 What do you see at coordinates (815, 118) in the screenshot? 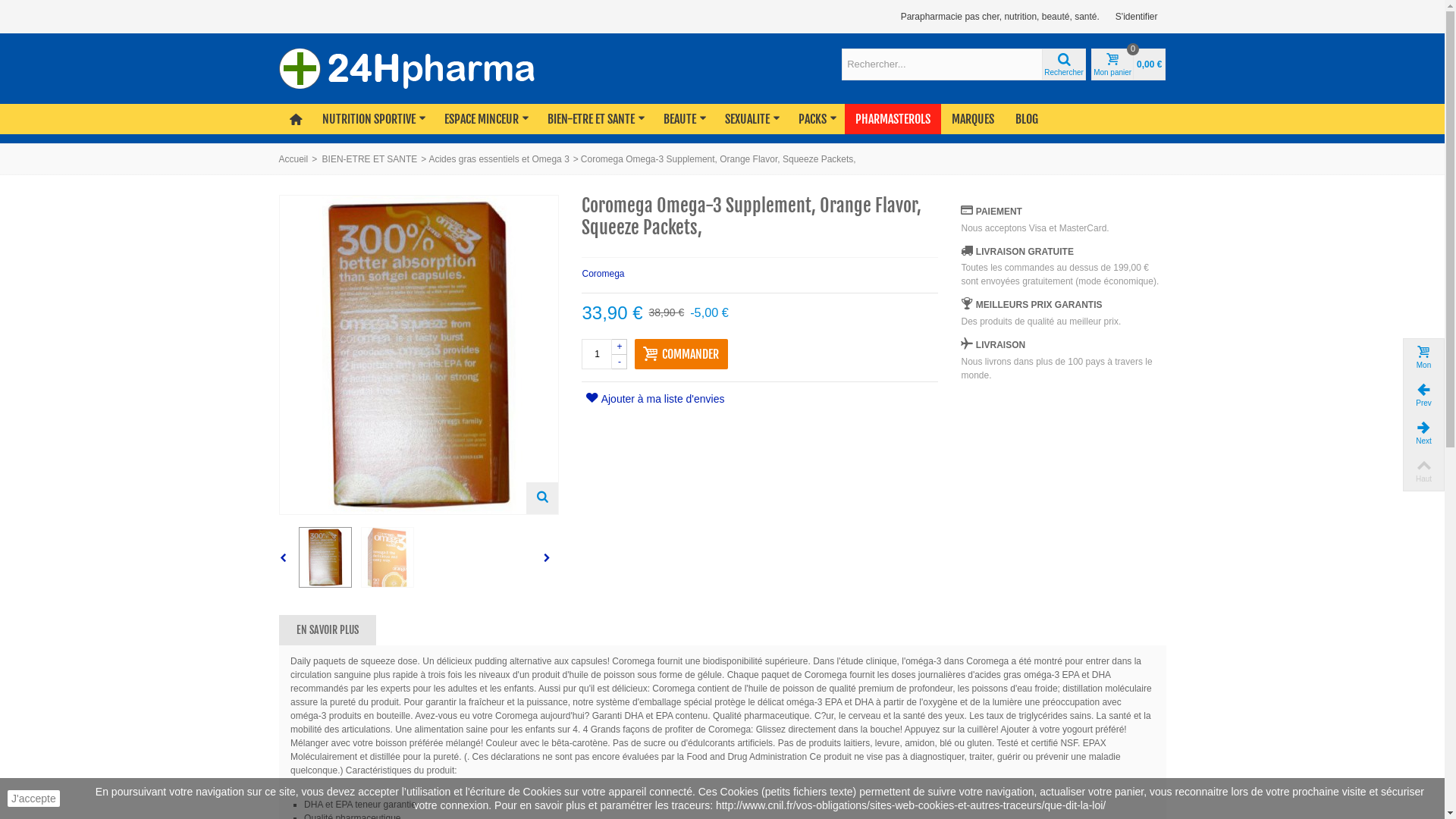
I see `'PACKS'` at bounding box center [815, 118].